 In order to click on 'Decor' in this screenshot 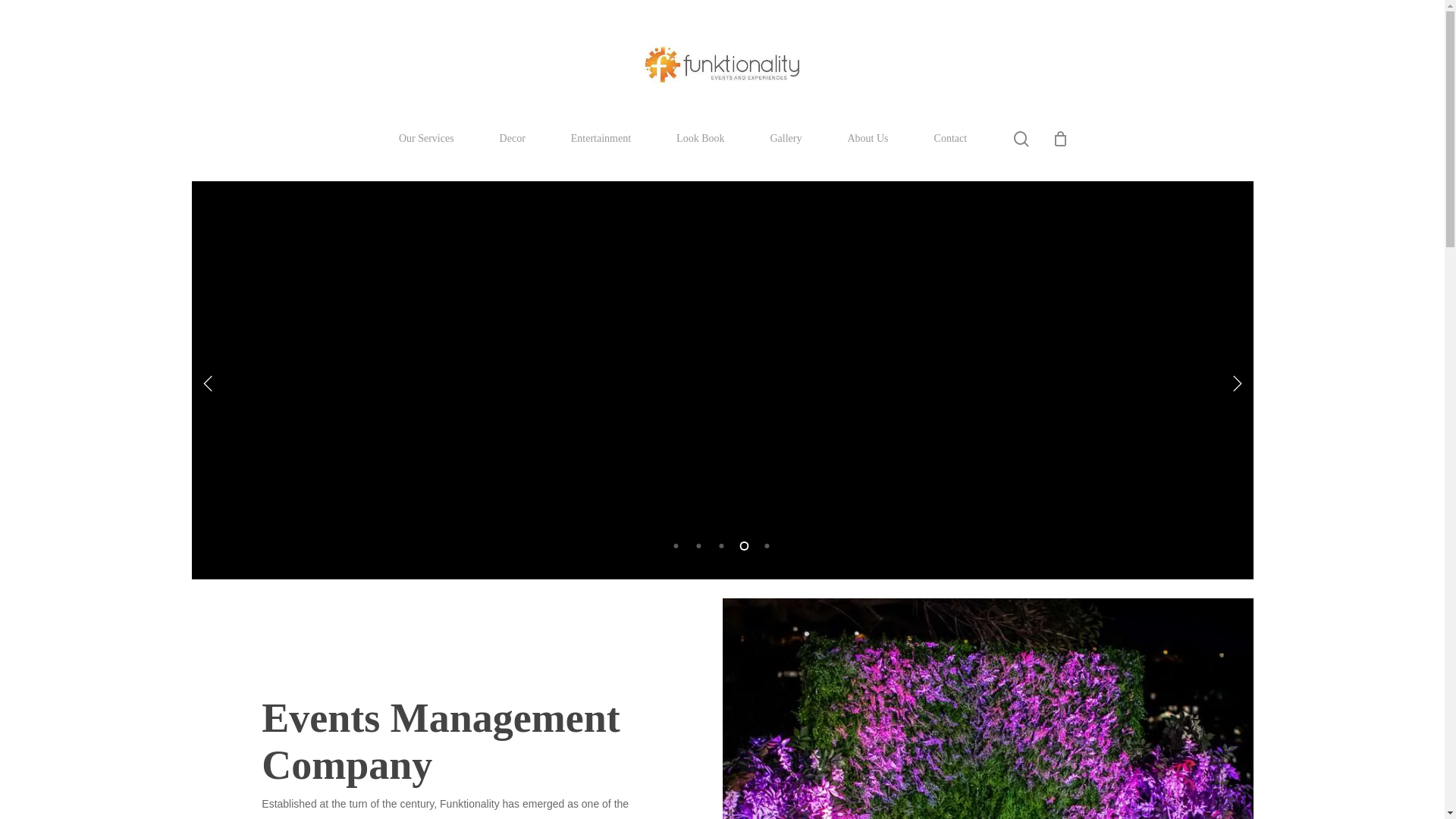, I will do `click(499, 138)`.